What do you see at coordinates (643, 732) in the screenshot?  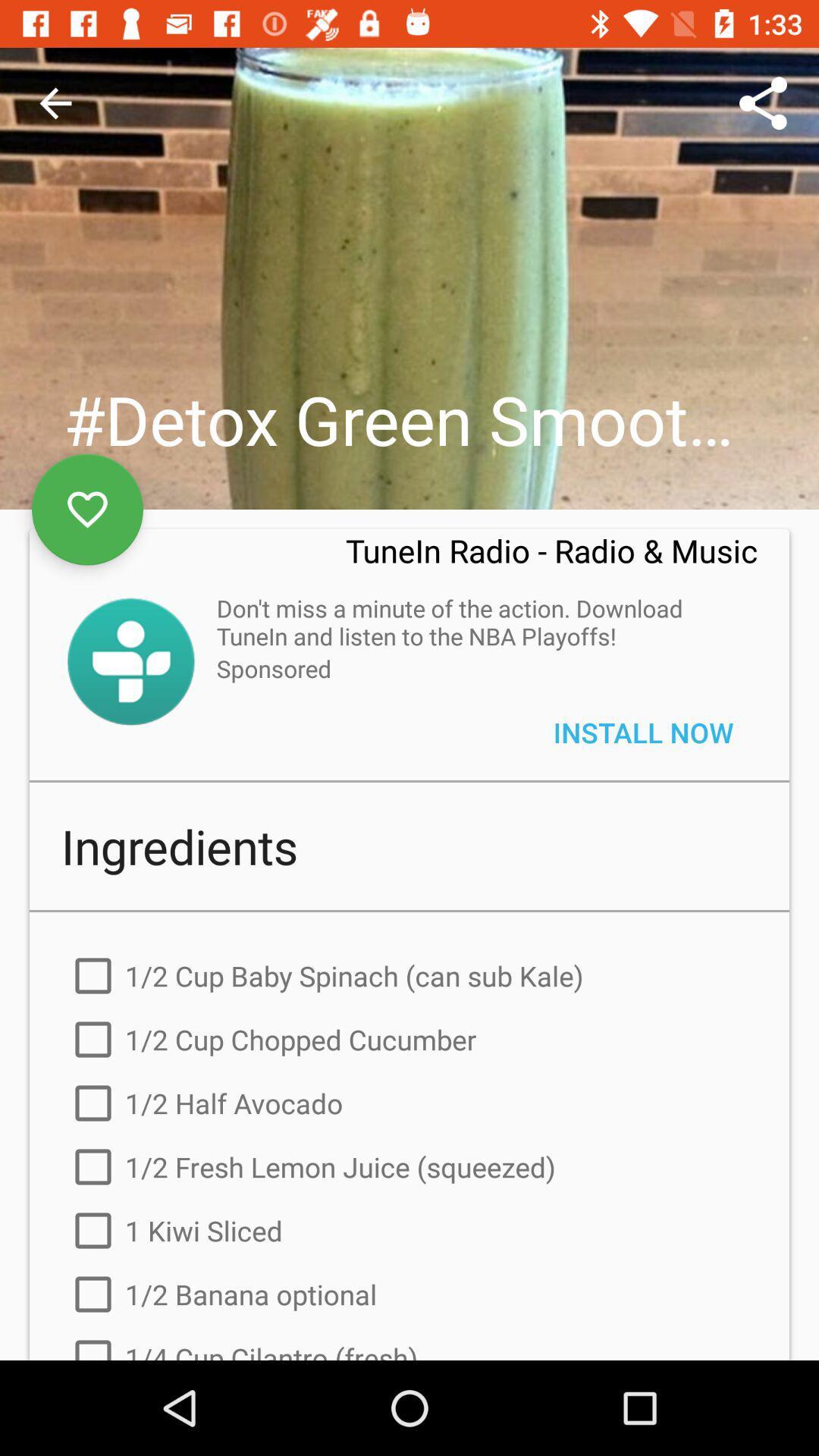 I see `item below the don t miss` at bounding box center [643, 732].